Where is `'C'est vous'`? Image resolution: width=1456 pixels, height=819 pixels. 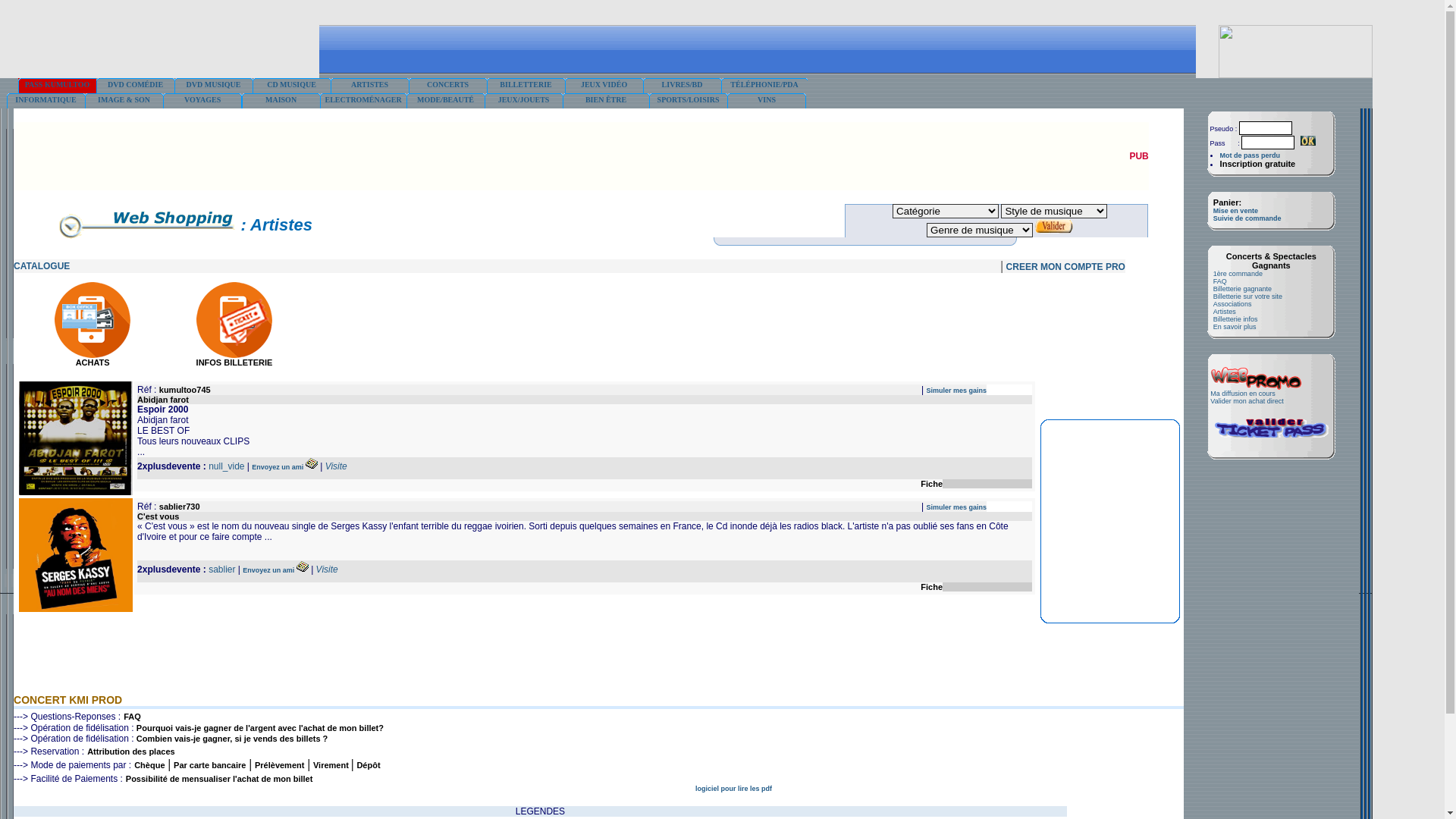 'C'est vous' is located at coordinates (158, 516).